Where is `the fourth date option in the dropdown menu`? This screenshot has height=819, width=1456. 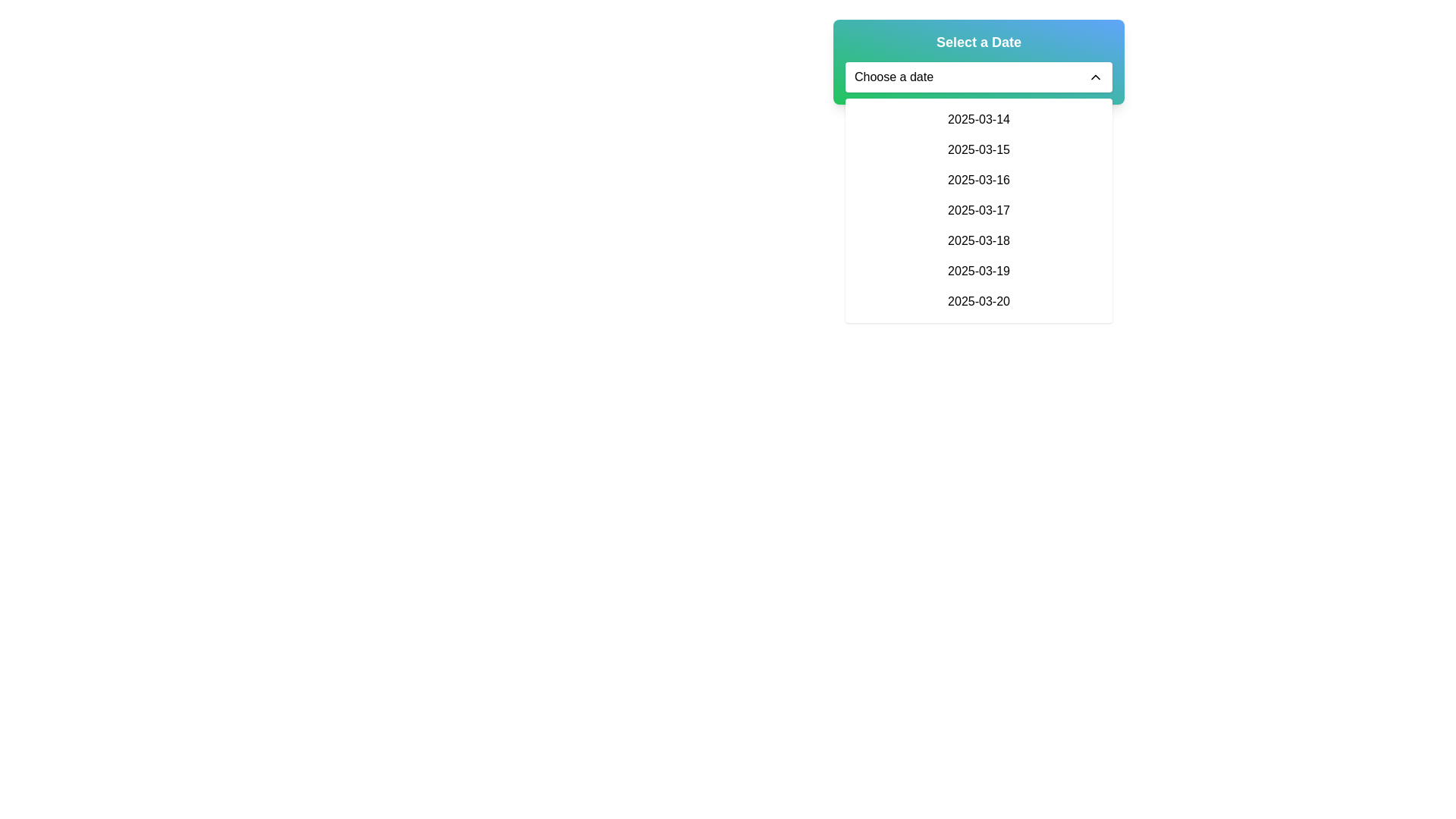 the fourth date option in the dropdown menu is located at coordinates (979, 210).